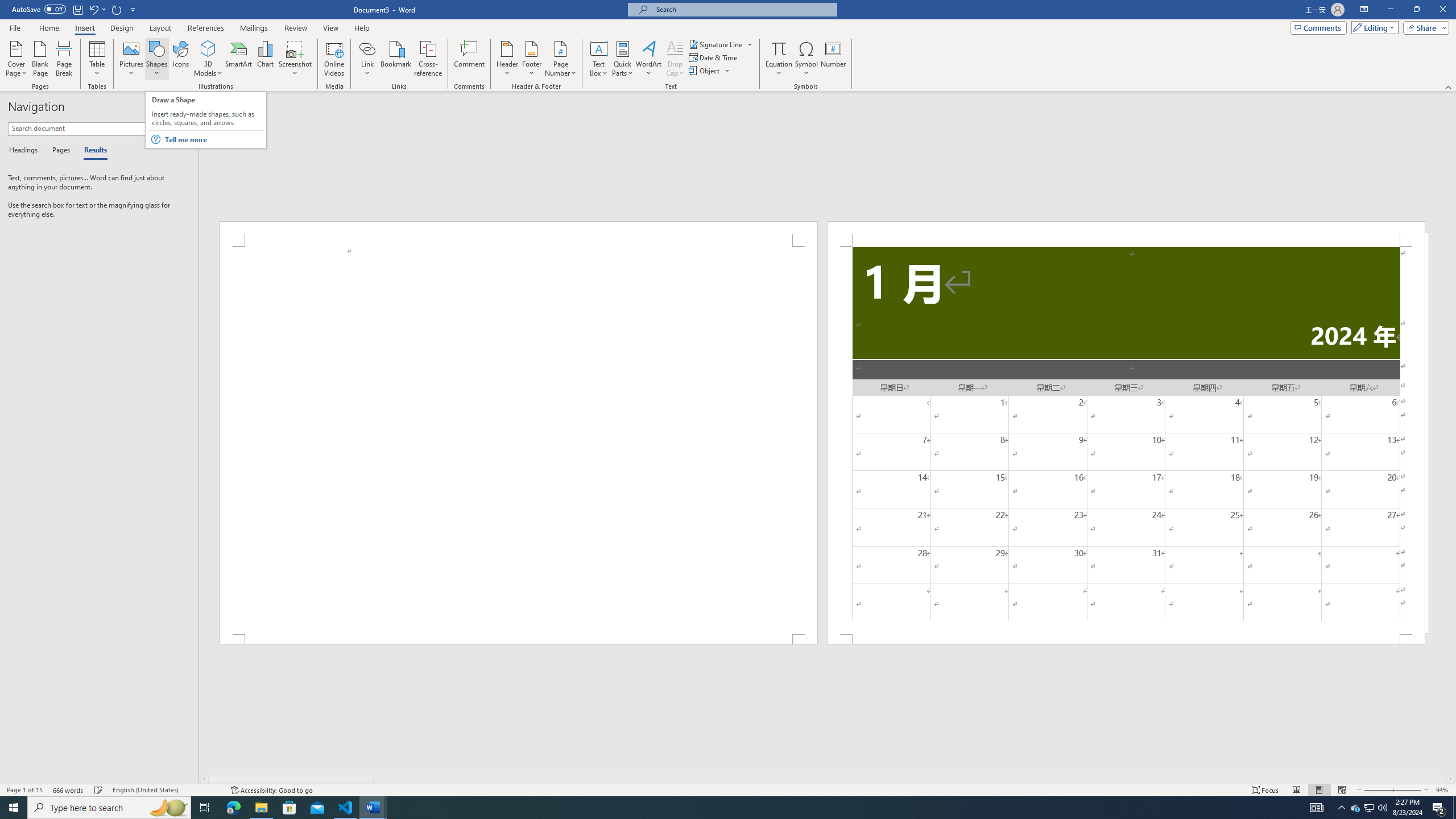 This screenshot has height=819, width=1456. Describe the element at coordinates (716, 44) in the screenshot. I see `'Signature Line'` at that location.